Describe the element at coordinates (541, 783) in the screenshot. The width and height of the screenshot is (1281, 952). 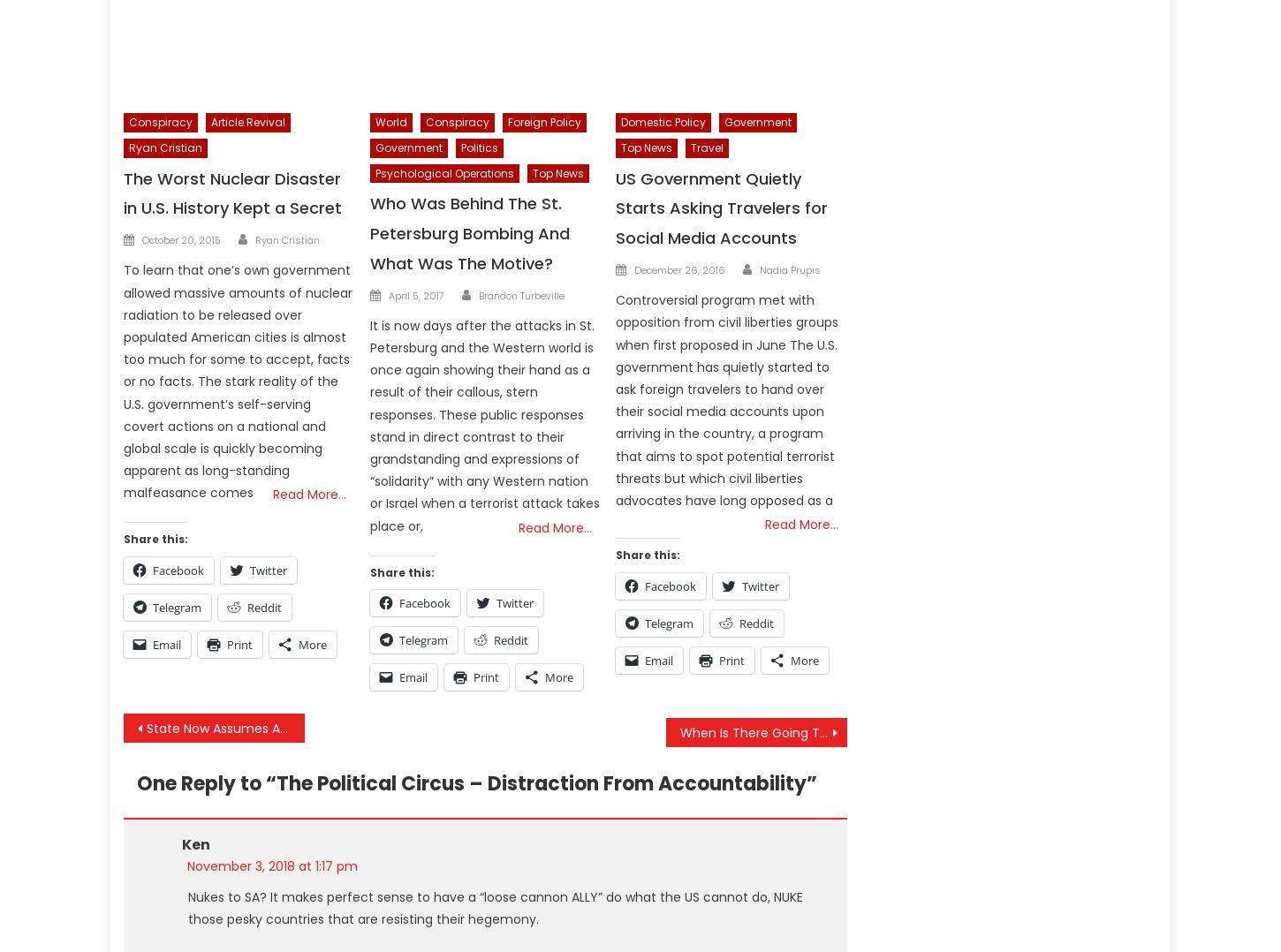
I see `'The Political Circus – Distraction From Accountability'` at that location.